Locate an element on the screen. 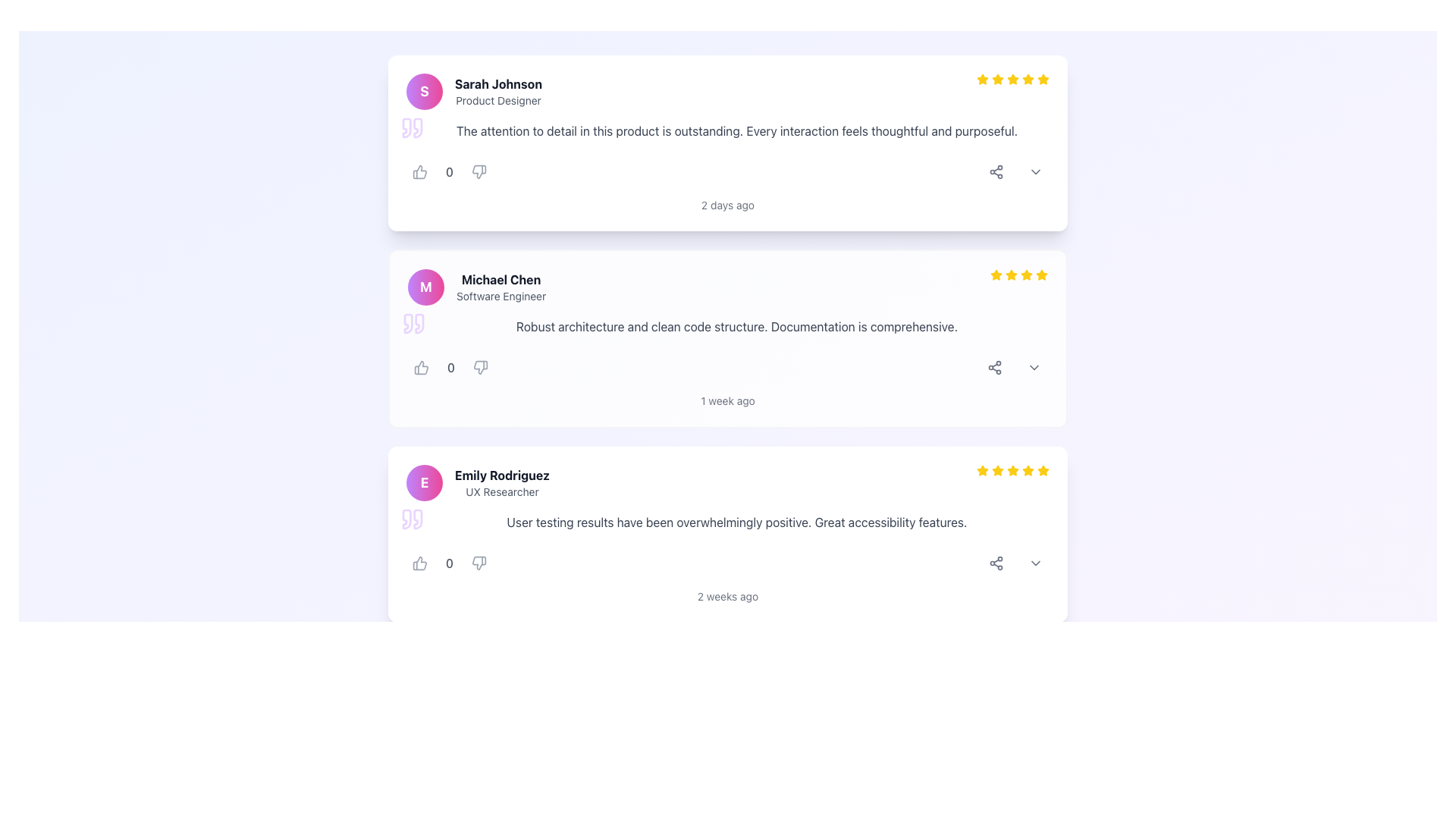  the thumbs-up icon button, which is a gray rounded icon located below the comment titled 'Michael Chen' and is the first interactive element on the left is located at coordinates (422, 368).